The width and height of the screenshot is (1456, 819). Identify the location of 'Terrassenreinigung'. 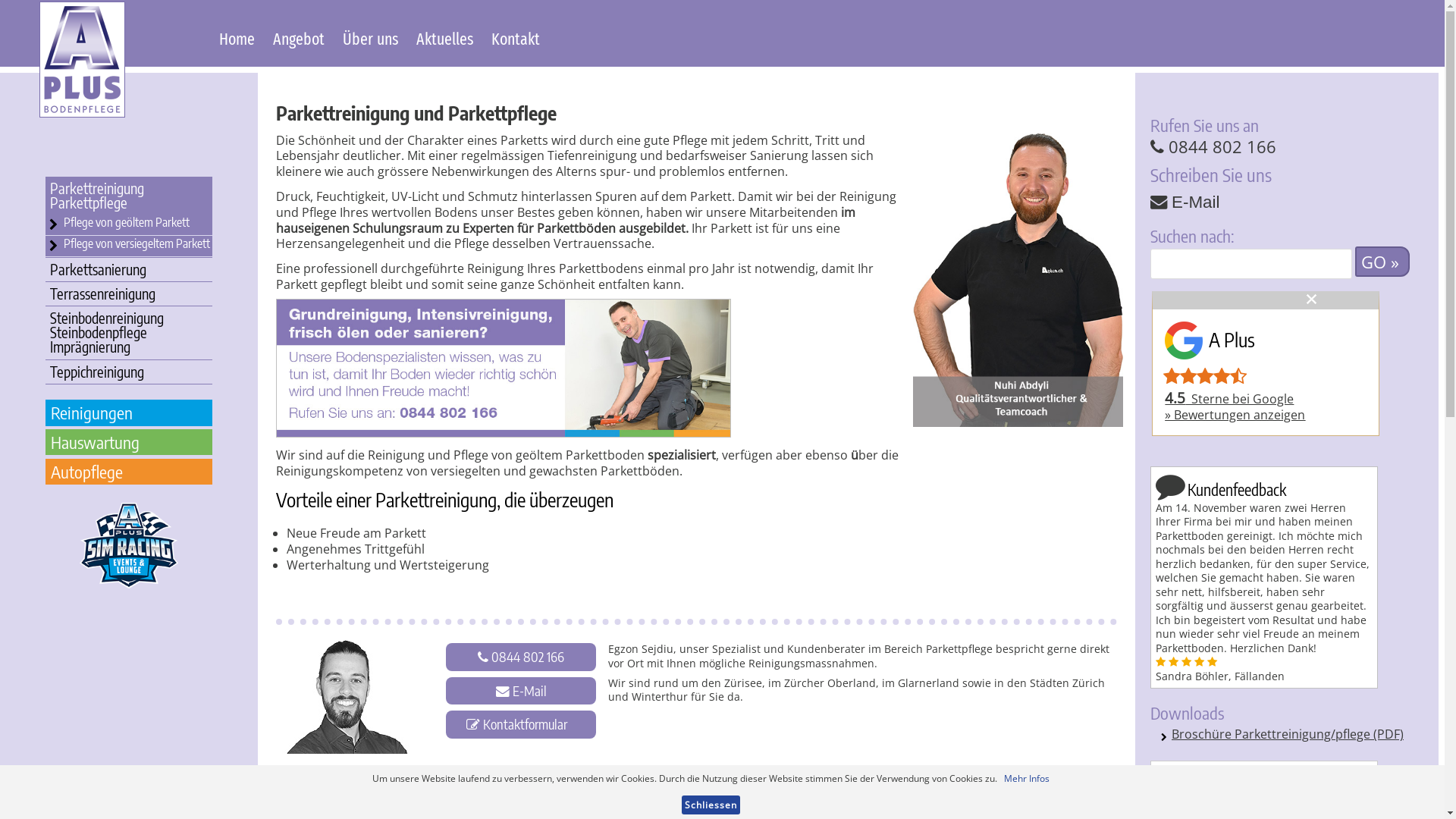
(128, 293).